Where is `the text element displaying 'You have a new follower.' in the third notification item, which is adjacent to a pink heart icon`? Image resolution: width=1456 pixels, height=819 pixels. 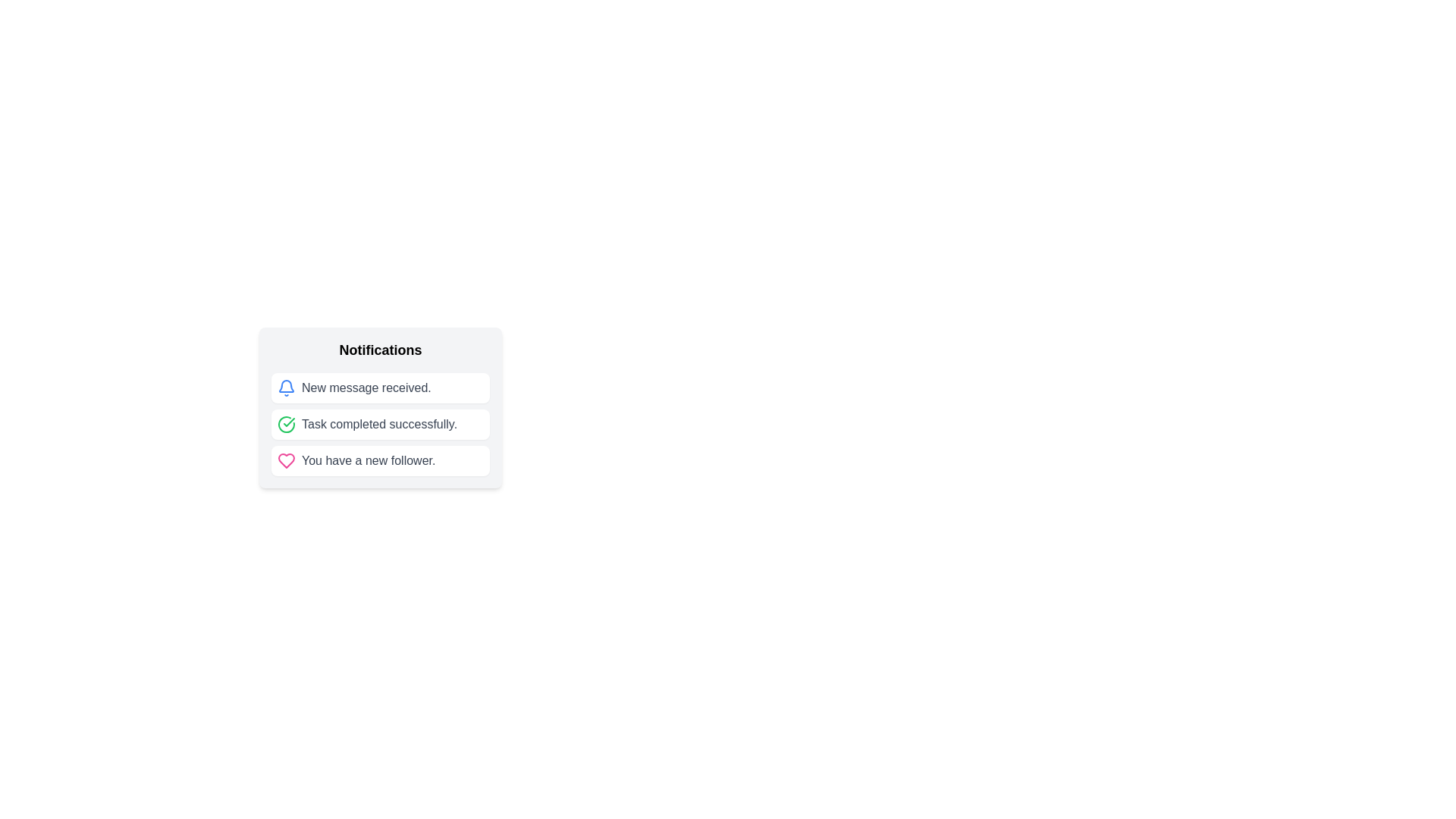 the text element displaying 'You have a new follower.' in the third notification item, which is adjacent to a pink heart icon is located at coordinates (369, 460).